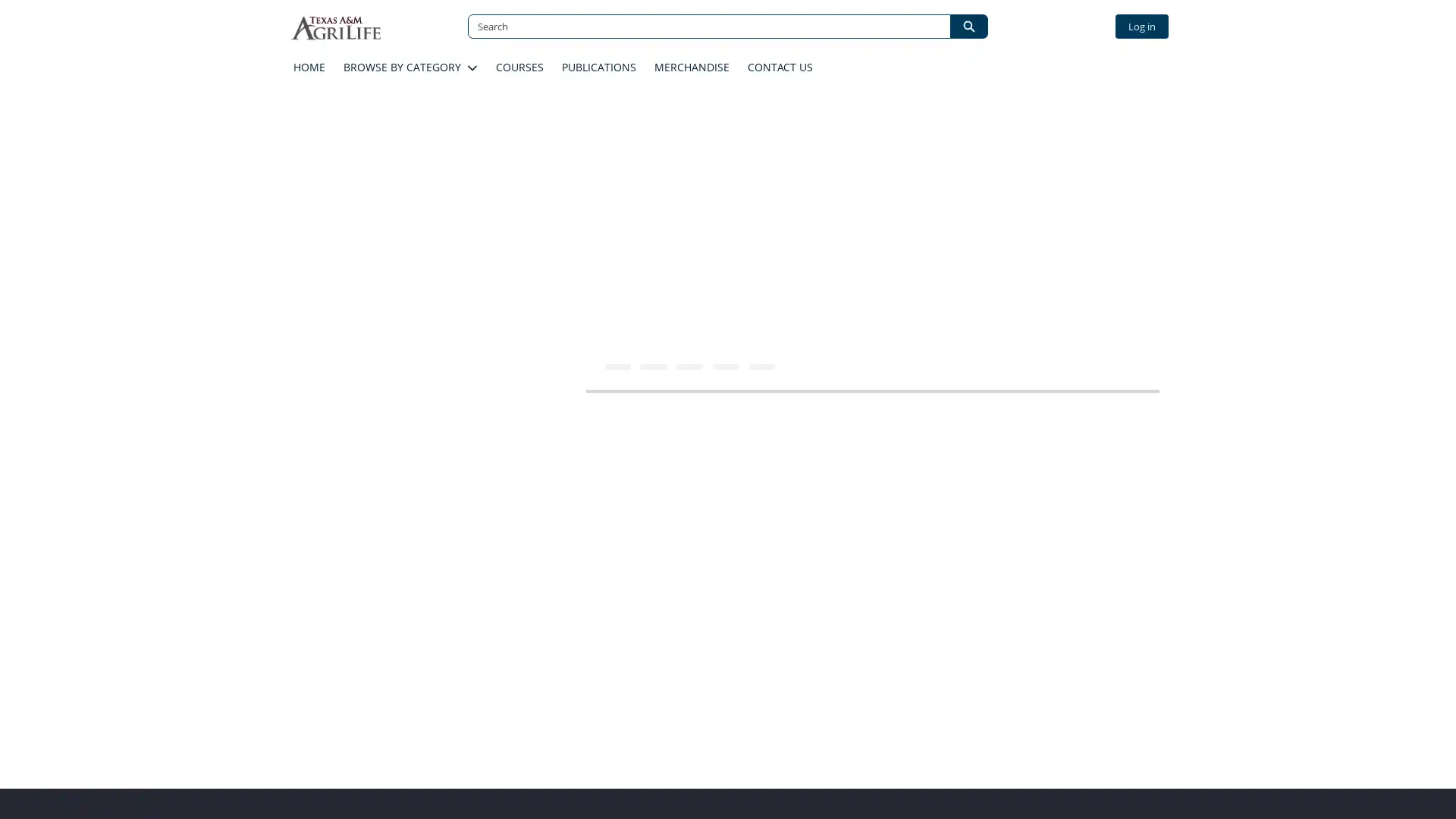 Image resolution: width=1456 pixels, height=819 pixels. I want to click on BROWSE BY CATEGORY, so click(410, 66).